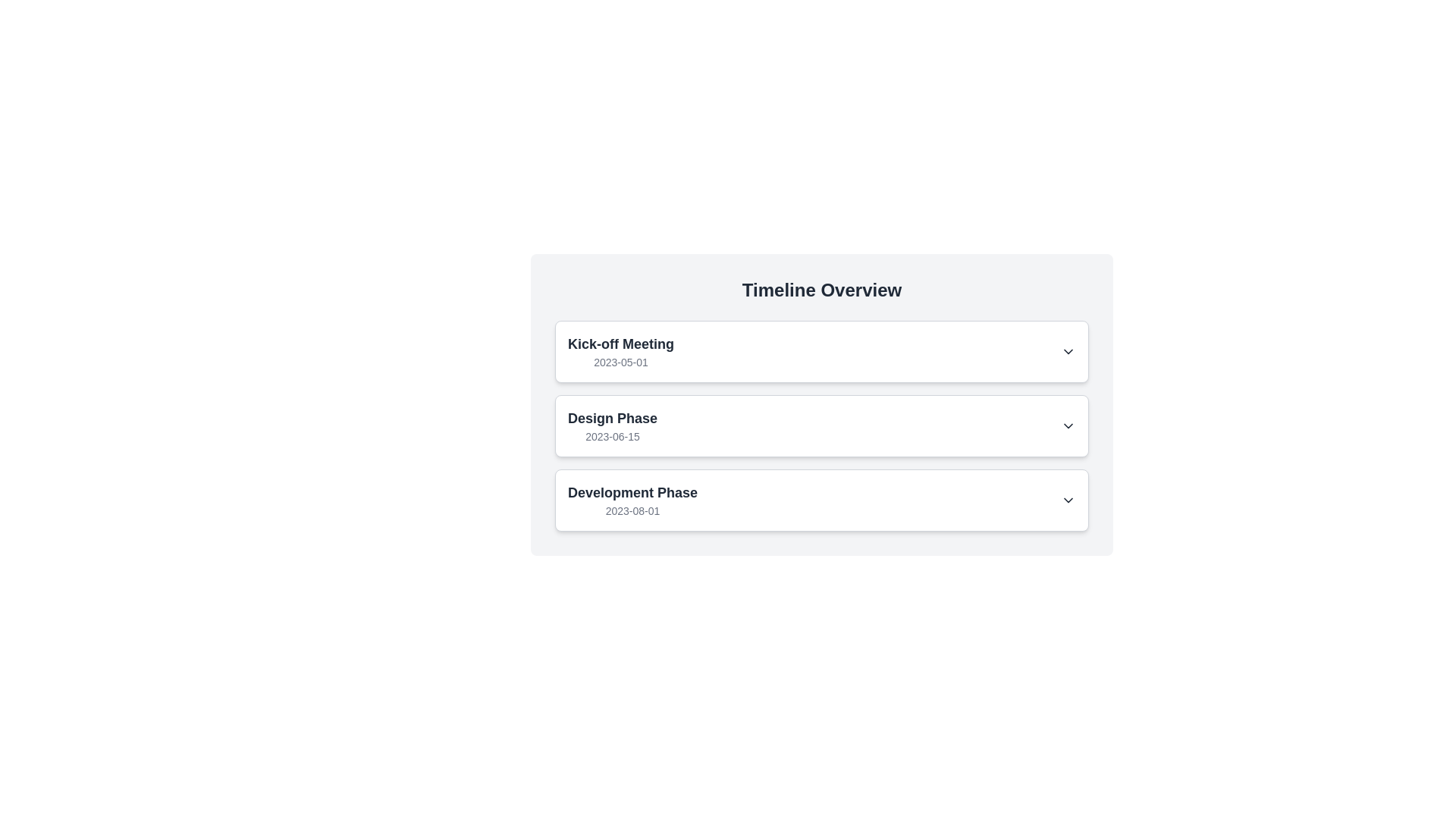  Describe the element at coordinates (821, 351) in the screenshot. I see `the topmost selectable item in the 'Timeline Overview' section` at that location.